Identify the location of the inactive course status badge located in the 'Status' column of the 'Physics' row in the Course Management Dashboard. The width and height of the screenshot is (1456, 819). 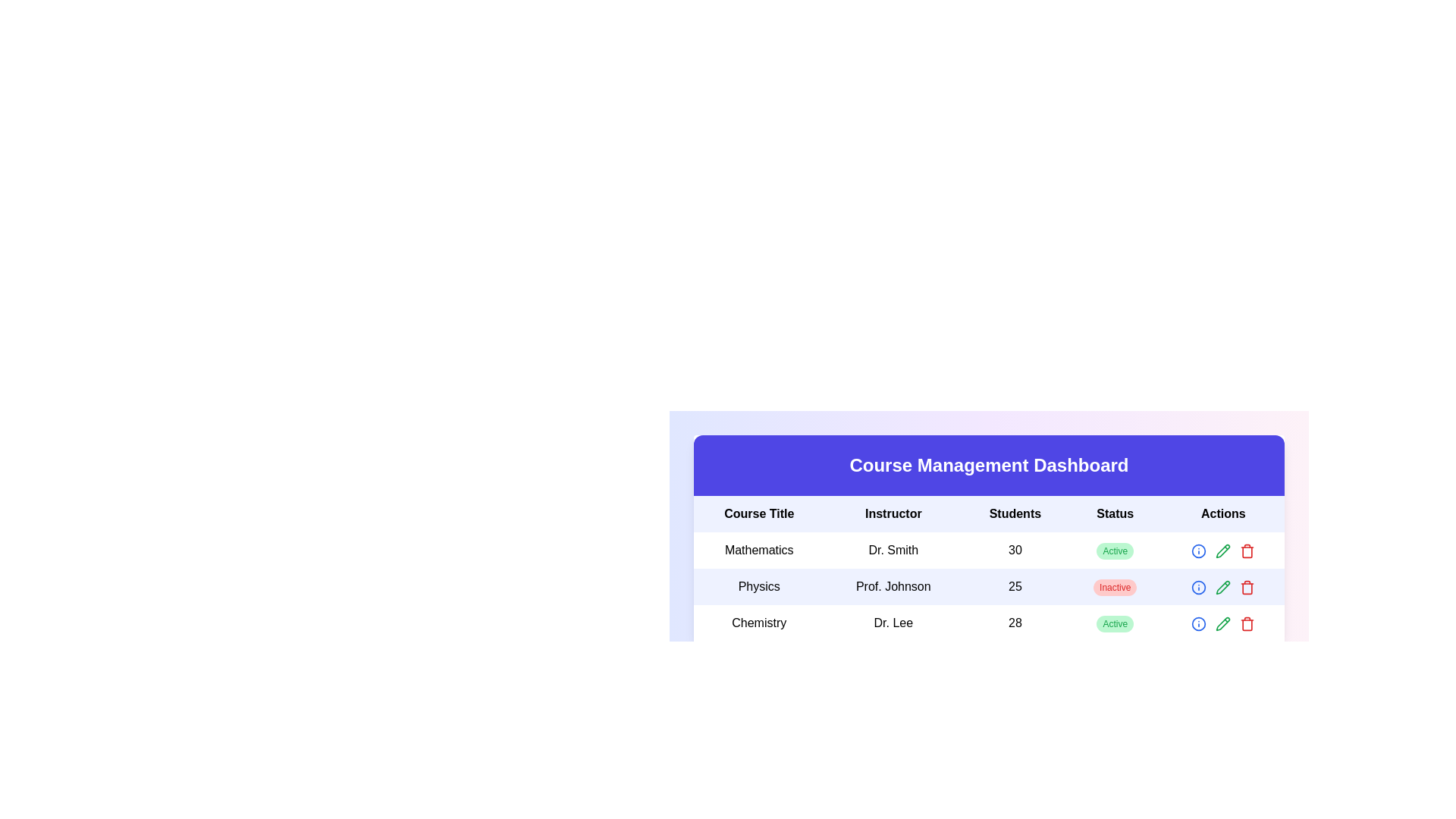
(1115, 587).